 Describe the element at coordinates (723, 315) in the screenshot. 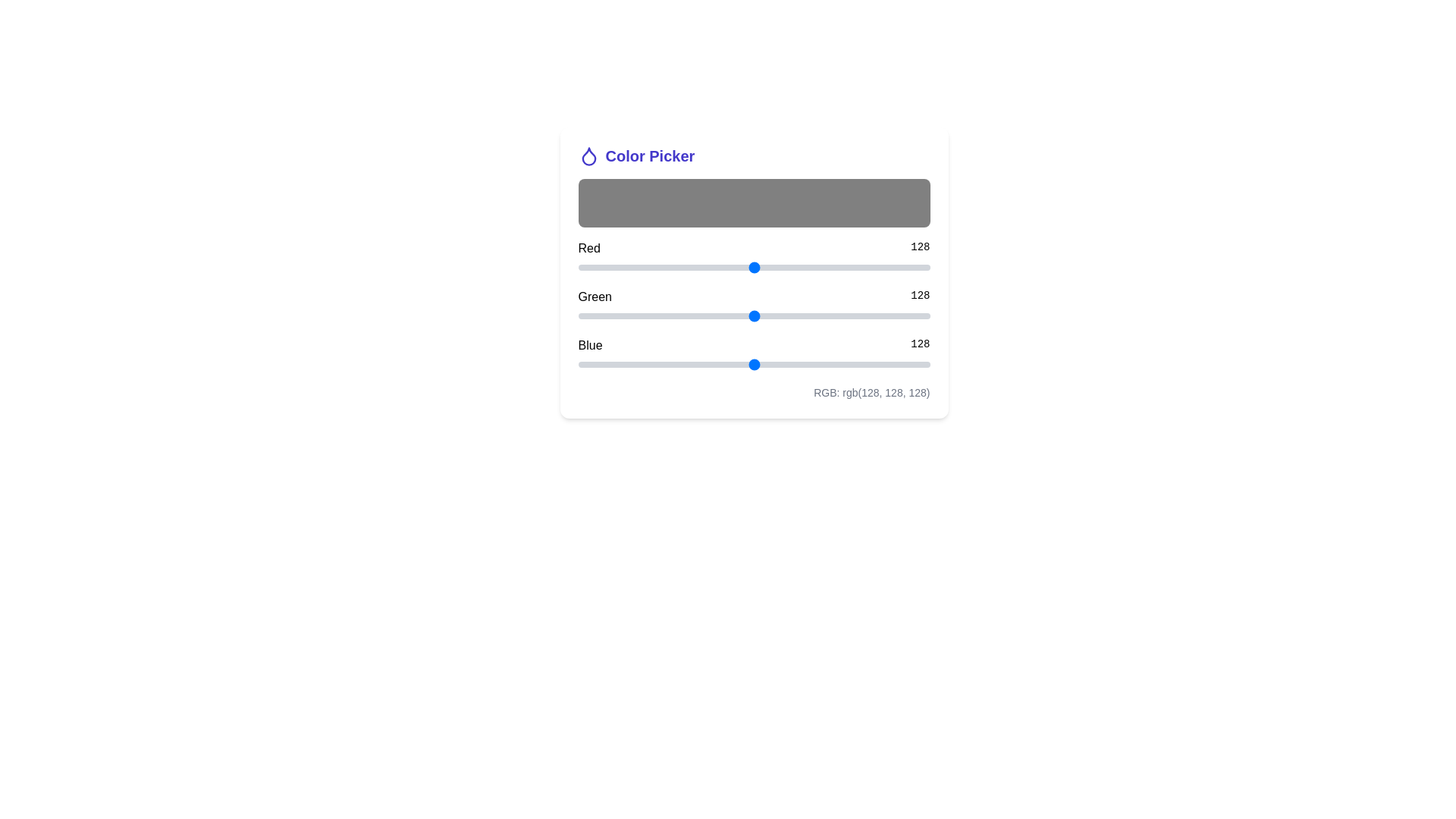

I see `the Green slider to set the green component to 106` at that location.